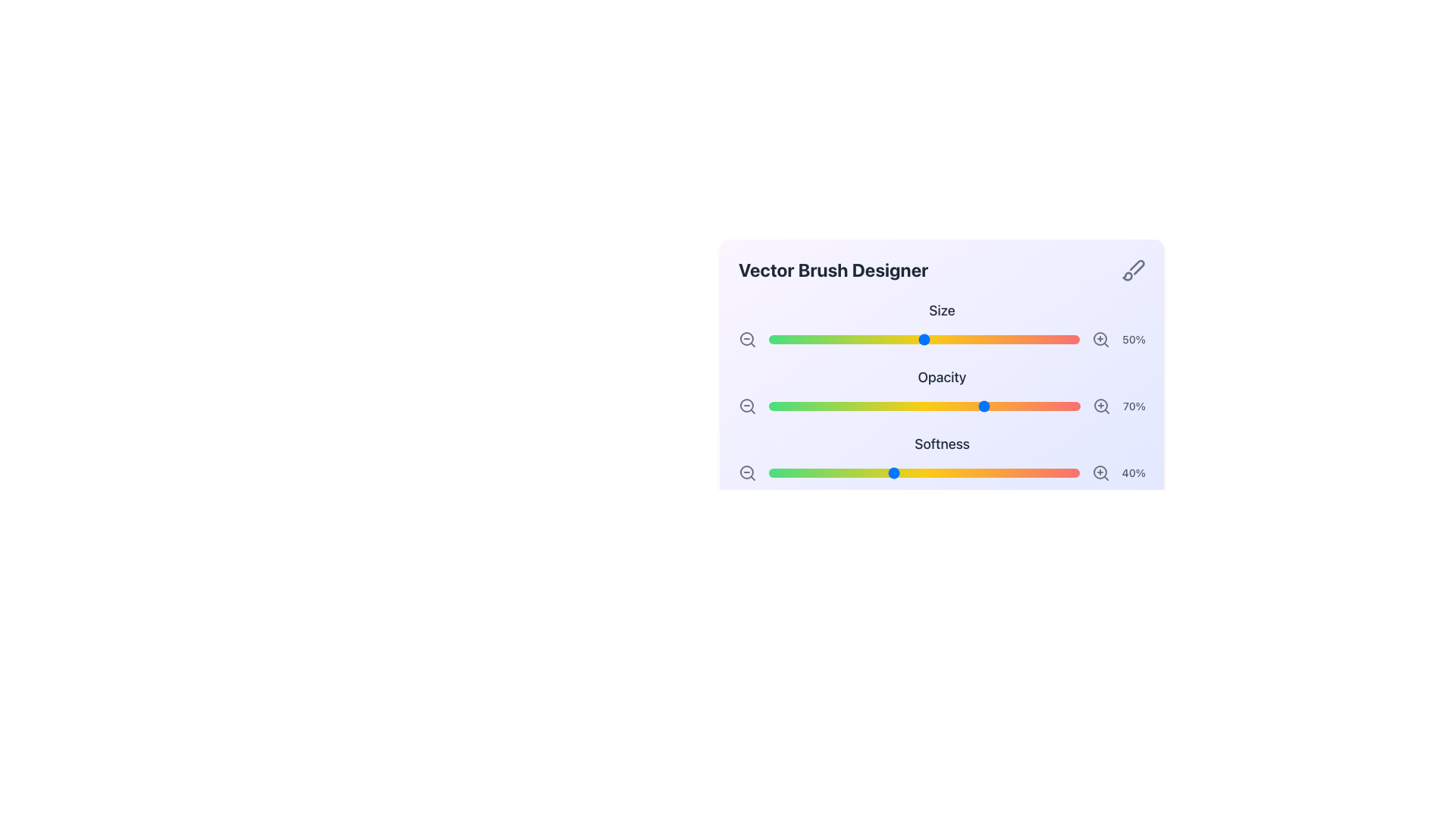  Describe the element at coordinates (974, 472) in the screenshot. I see `softness` at that location.